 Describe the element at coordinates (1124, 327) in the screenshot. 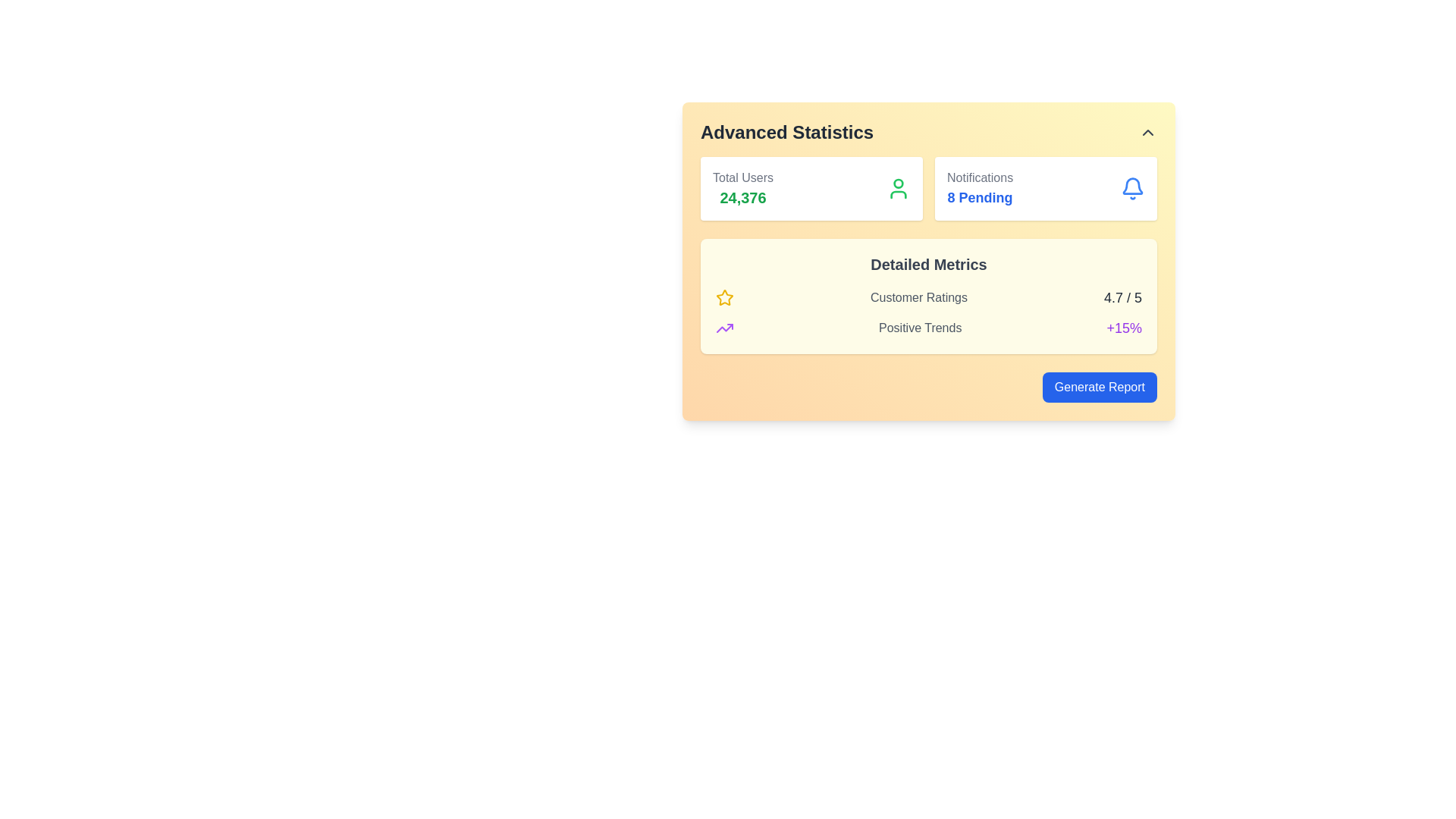

I see `the text label displaying '+15%' in bold purple font, located in the 'Detailed Metrics' section to the right of 'Positive Trends'` at that location.